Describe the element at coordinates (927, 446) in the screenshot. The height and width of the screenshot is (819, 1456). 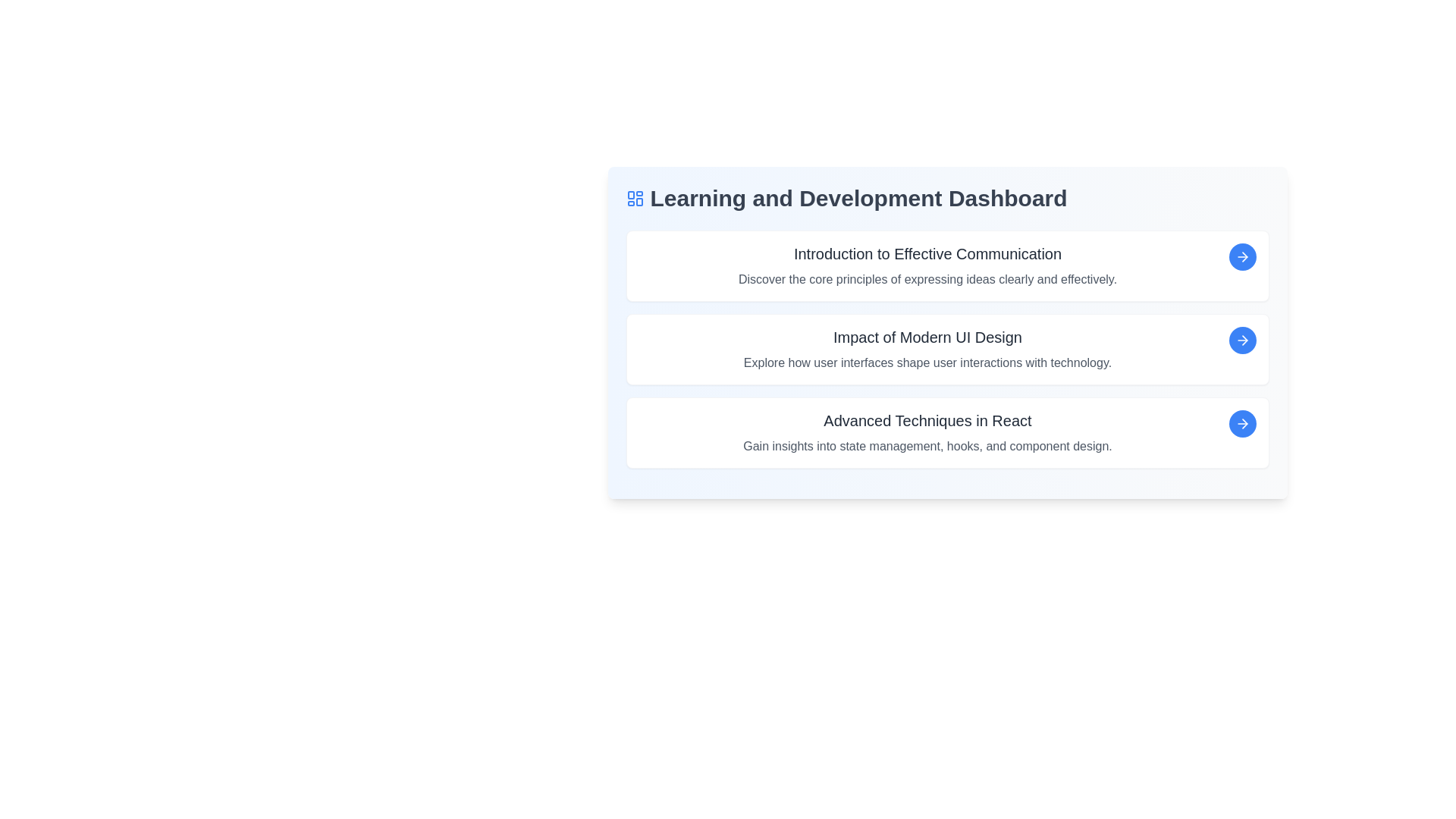
I see `the text element displaying 'Gain insights into state management, hooks, and component design.' which is located below the title 'Advanced Techniques in React' inside the third card of the Learning and Development Dashboard` at that location.